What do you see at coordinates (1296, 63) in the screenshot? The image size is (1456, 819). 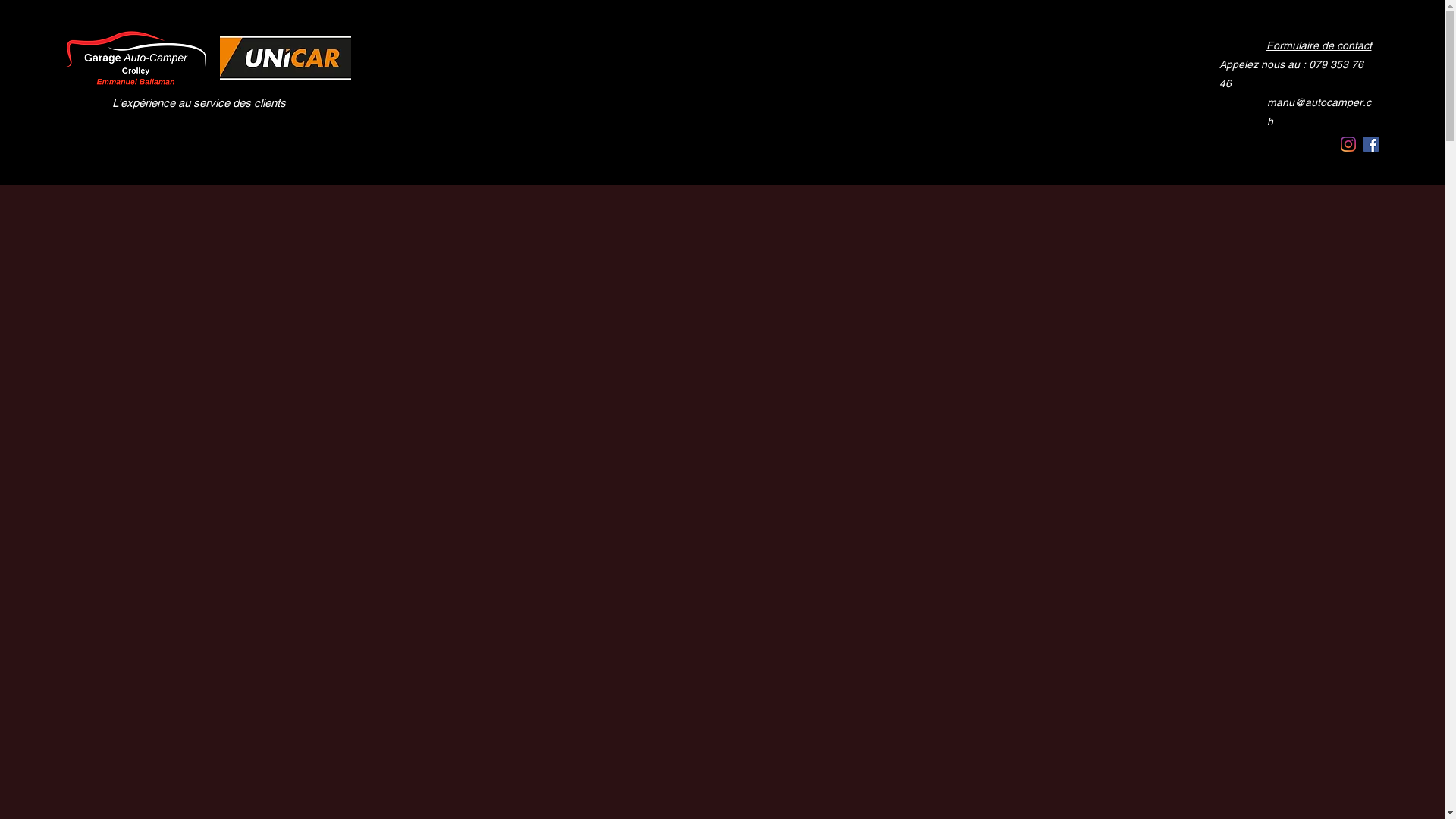 I see `'Appelez nous au : 079 353 76 46'` at bounding box center [1296, 63].